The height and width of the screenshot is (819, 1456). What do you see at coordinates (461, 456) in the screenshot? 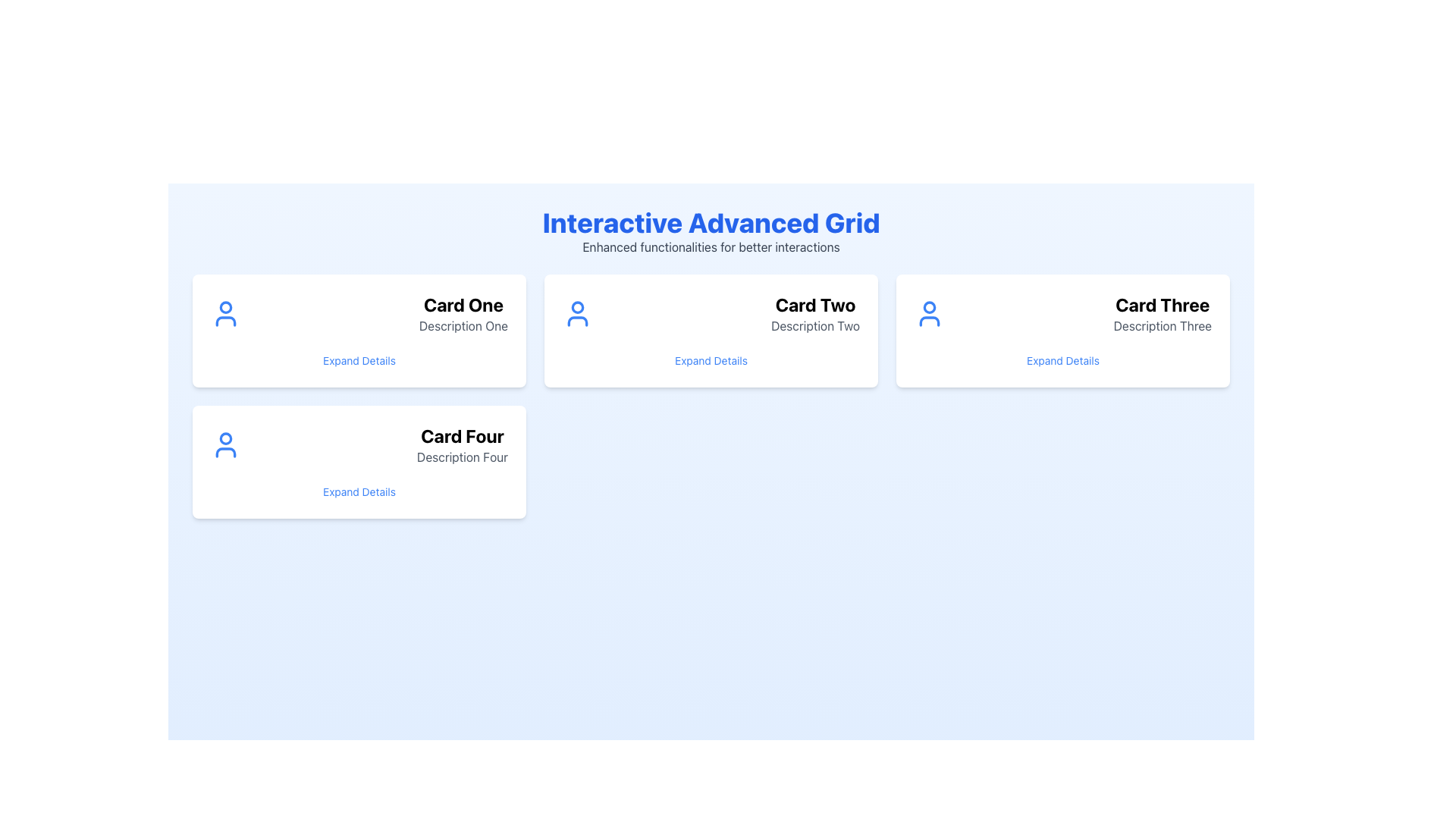
I see `the text label styled in gray color containing the text 'Description Four', located below the title 'Card Four' in the card layout` at bounding box center [461, 456].